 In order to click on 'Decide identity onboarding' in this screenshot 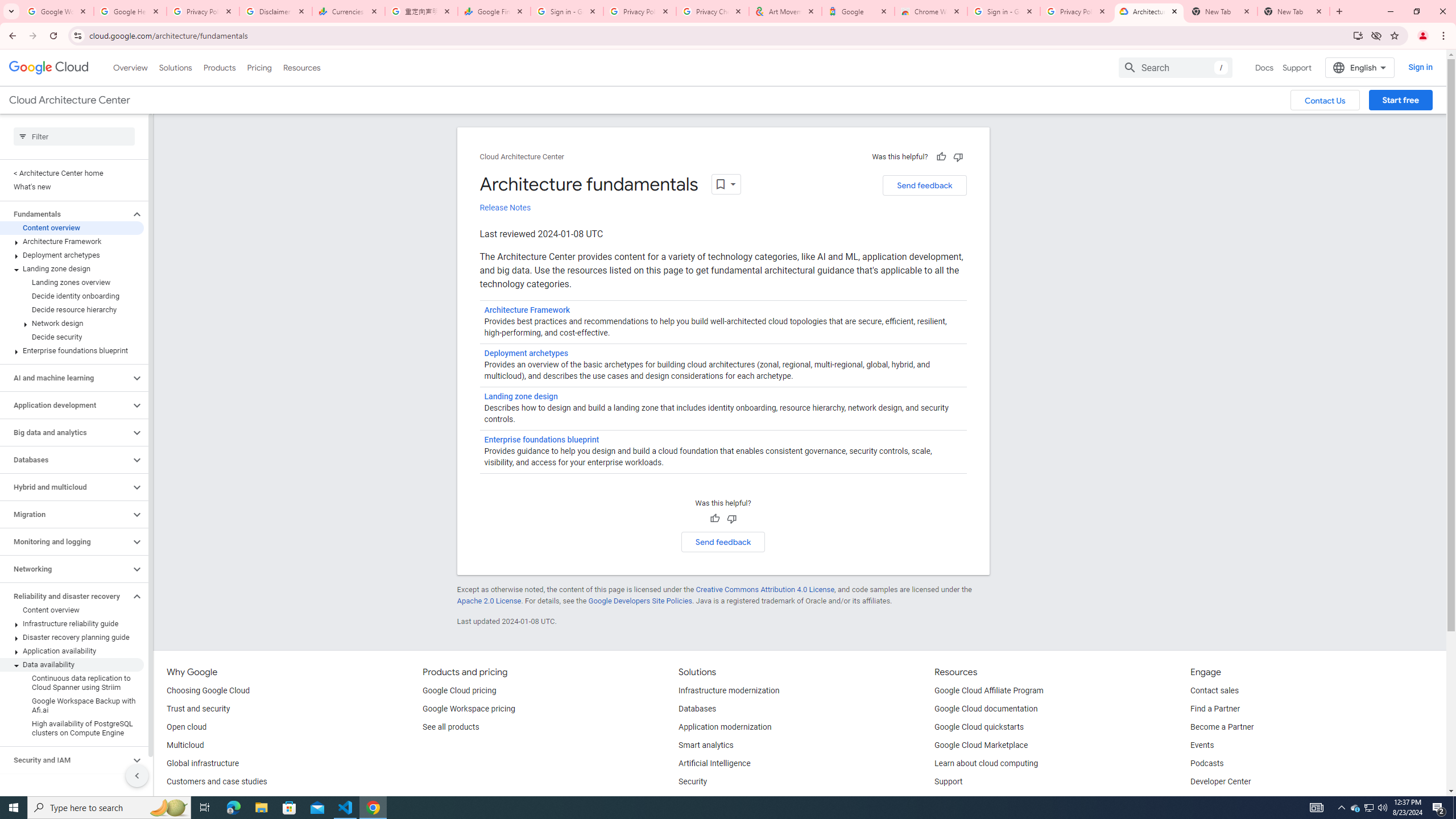, I will do `click(72, 296)`.